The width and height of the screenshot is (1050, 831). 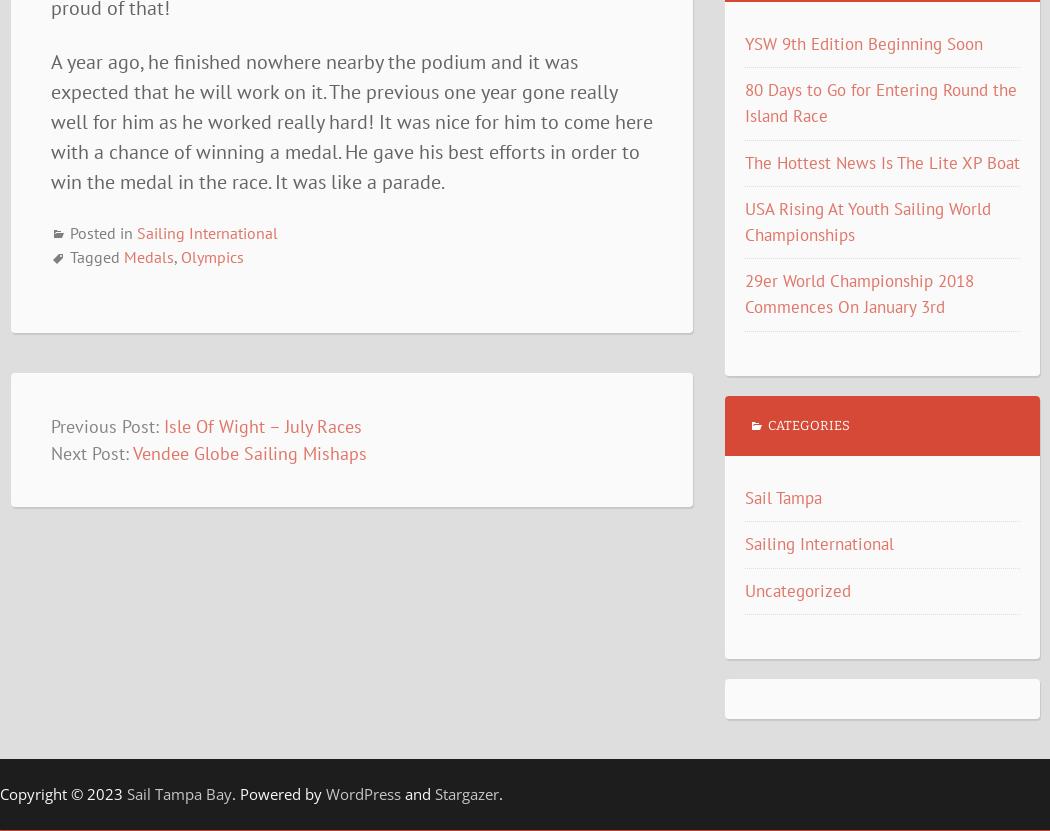 I want to click on 'Olympics', so click(x=210, y=256).